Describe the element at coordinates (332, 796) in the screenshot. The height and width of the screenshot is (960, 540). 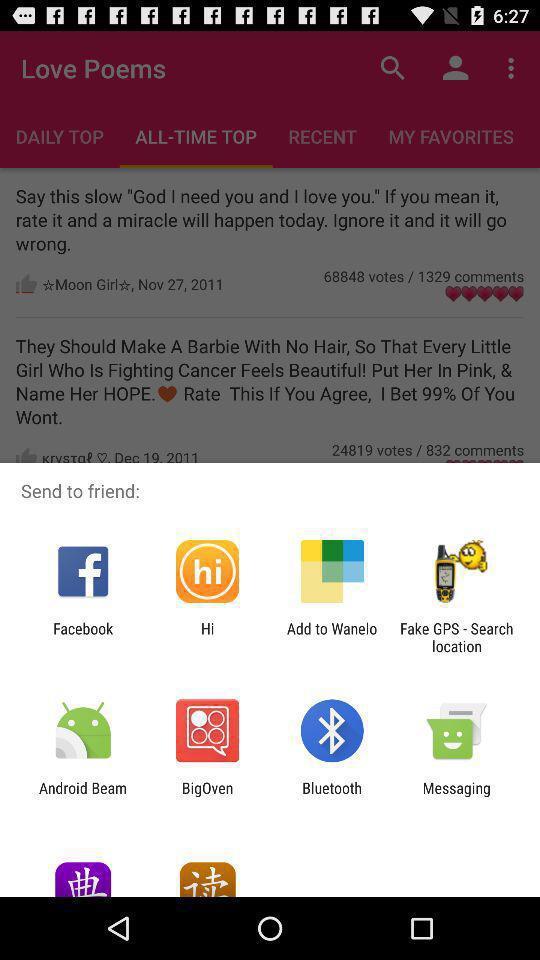
I see `app to the left of the messaging icon` at that location.